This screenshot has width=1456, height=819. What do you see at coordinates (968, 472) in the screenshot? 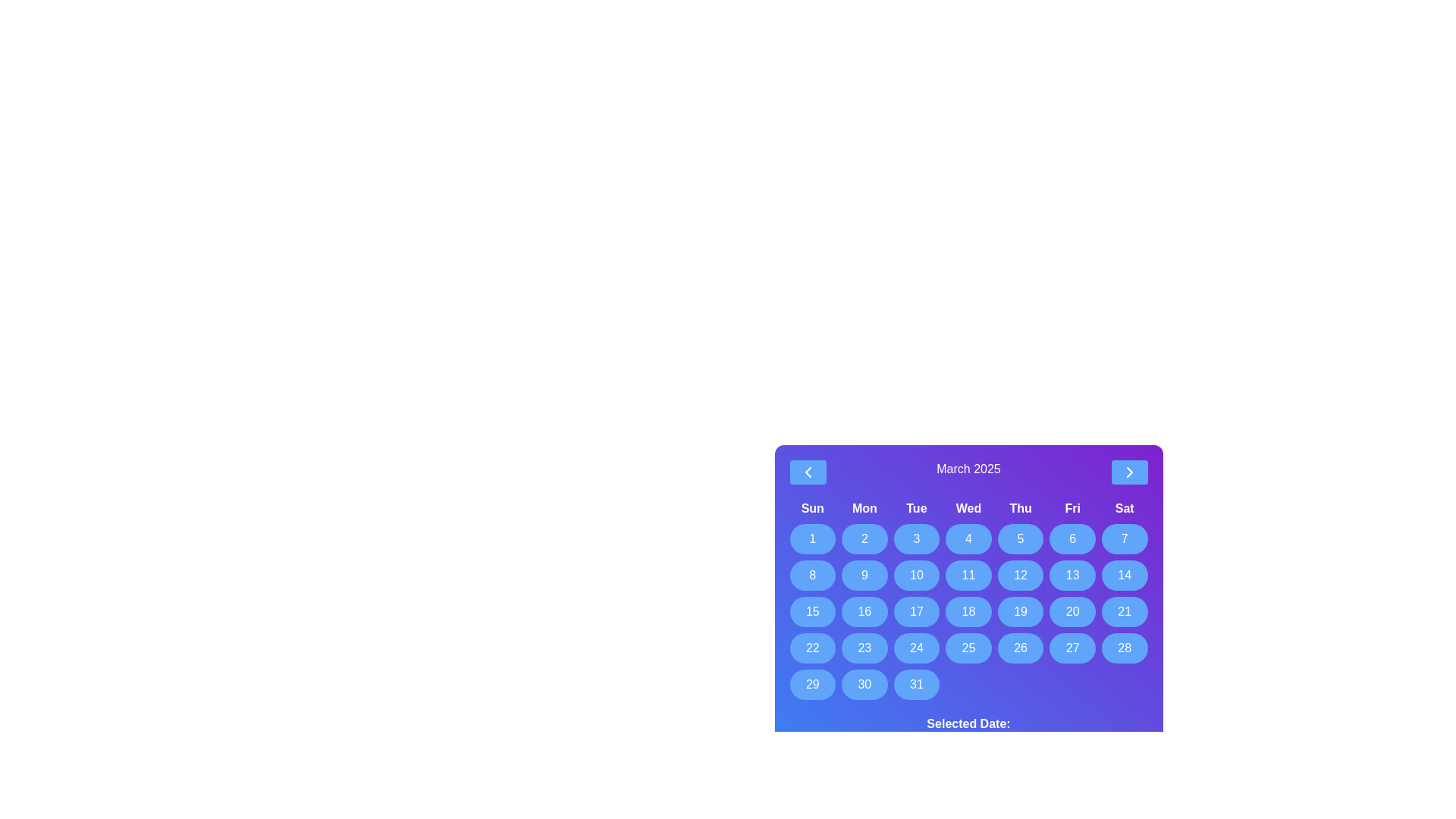
I see `the label displaying 'March 2025', which is centrally located near the top of the calendar component, set against a gradient background transitioning from blue to purple` at bounding box center [968, 472].